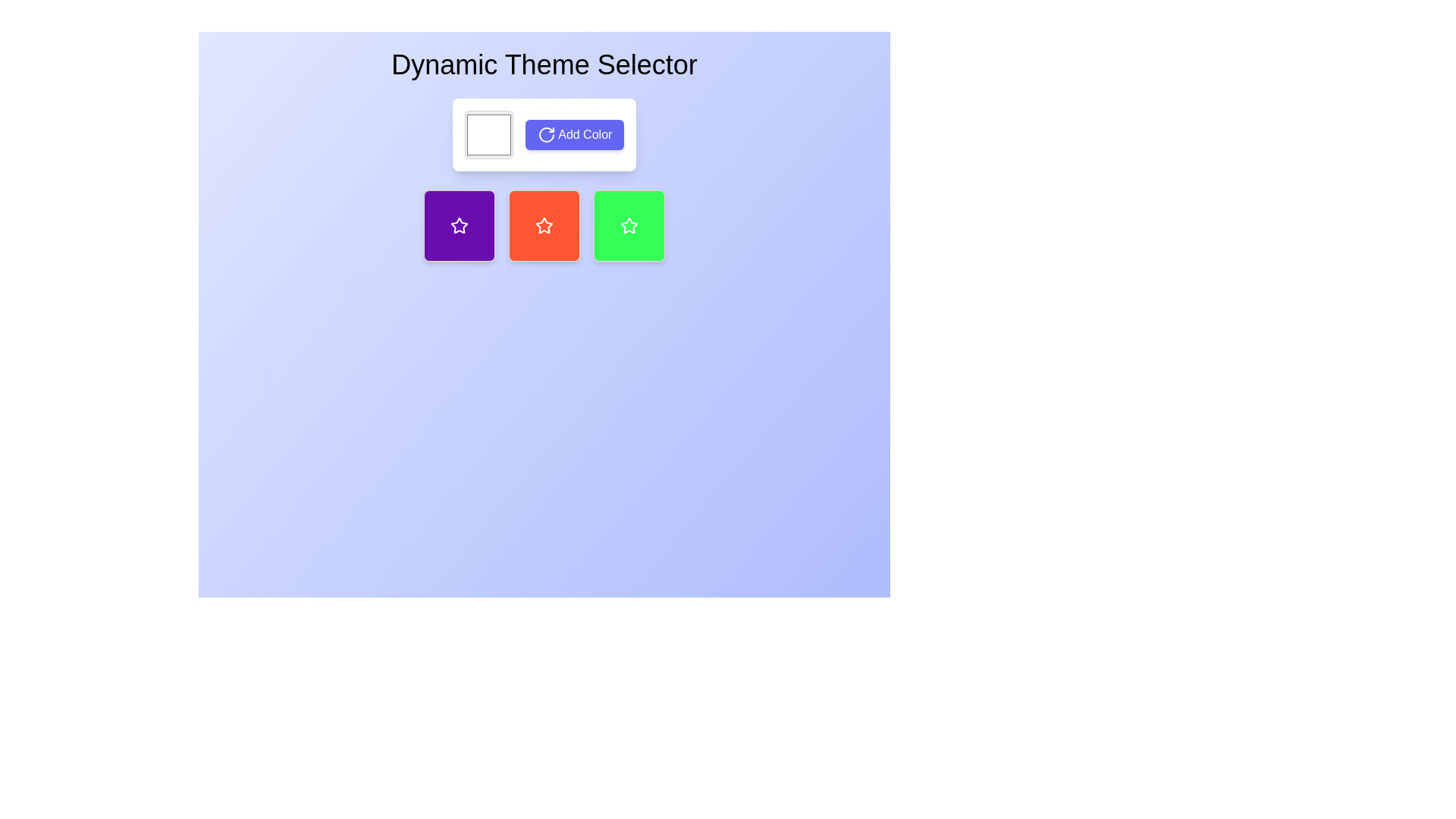  Describe the element at coordinates (544, 133) in the screenshot. I see `the 'Add Color' button in the Dynamic Theme Selector to receive interactive feedback` at that location.